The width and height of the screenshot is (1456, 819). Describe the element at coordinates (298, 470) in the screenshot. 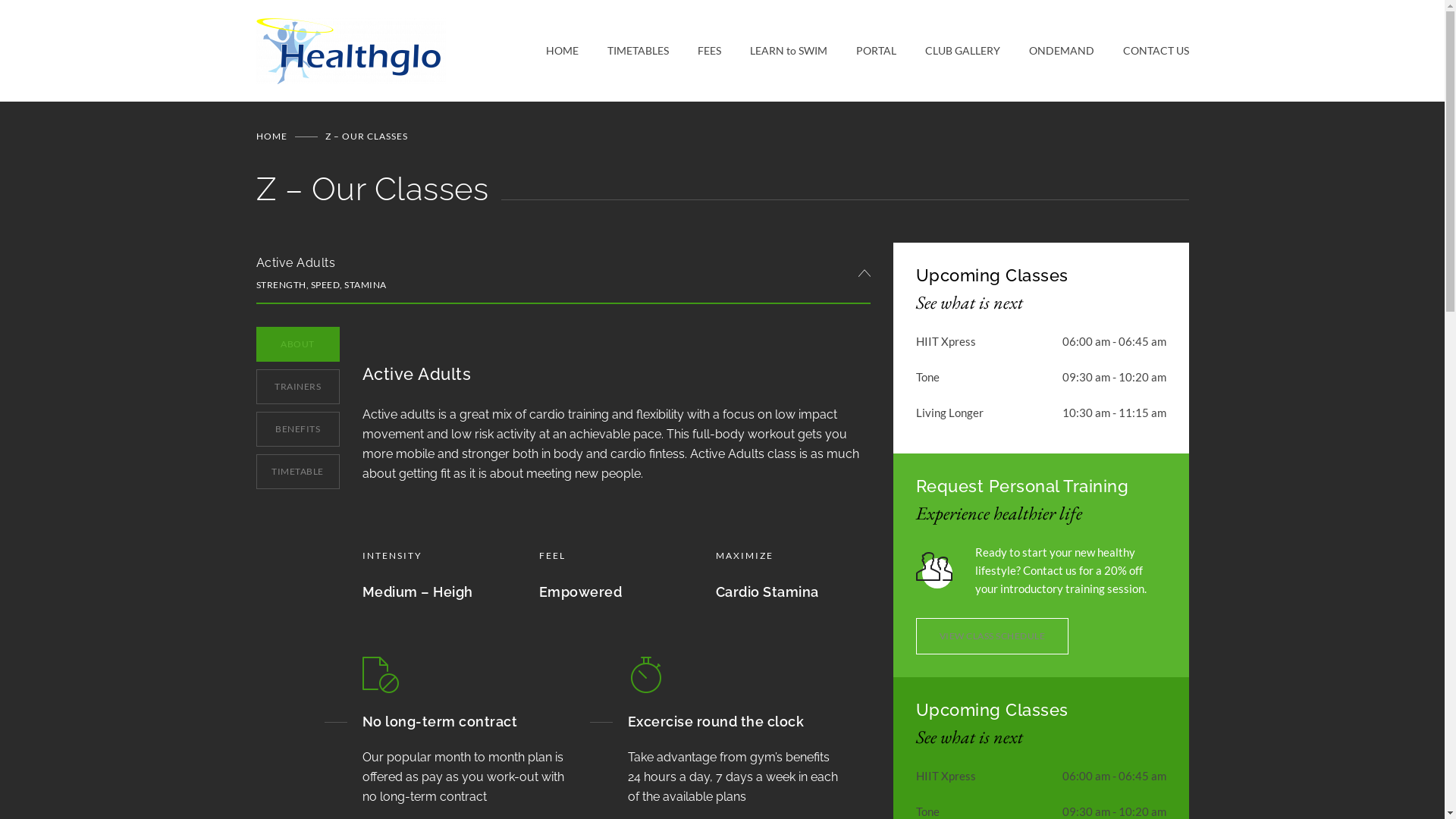

I see `'TIMETABLE'` at that location.